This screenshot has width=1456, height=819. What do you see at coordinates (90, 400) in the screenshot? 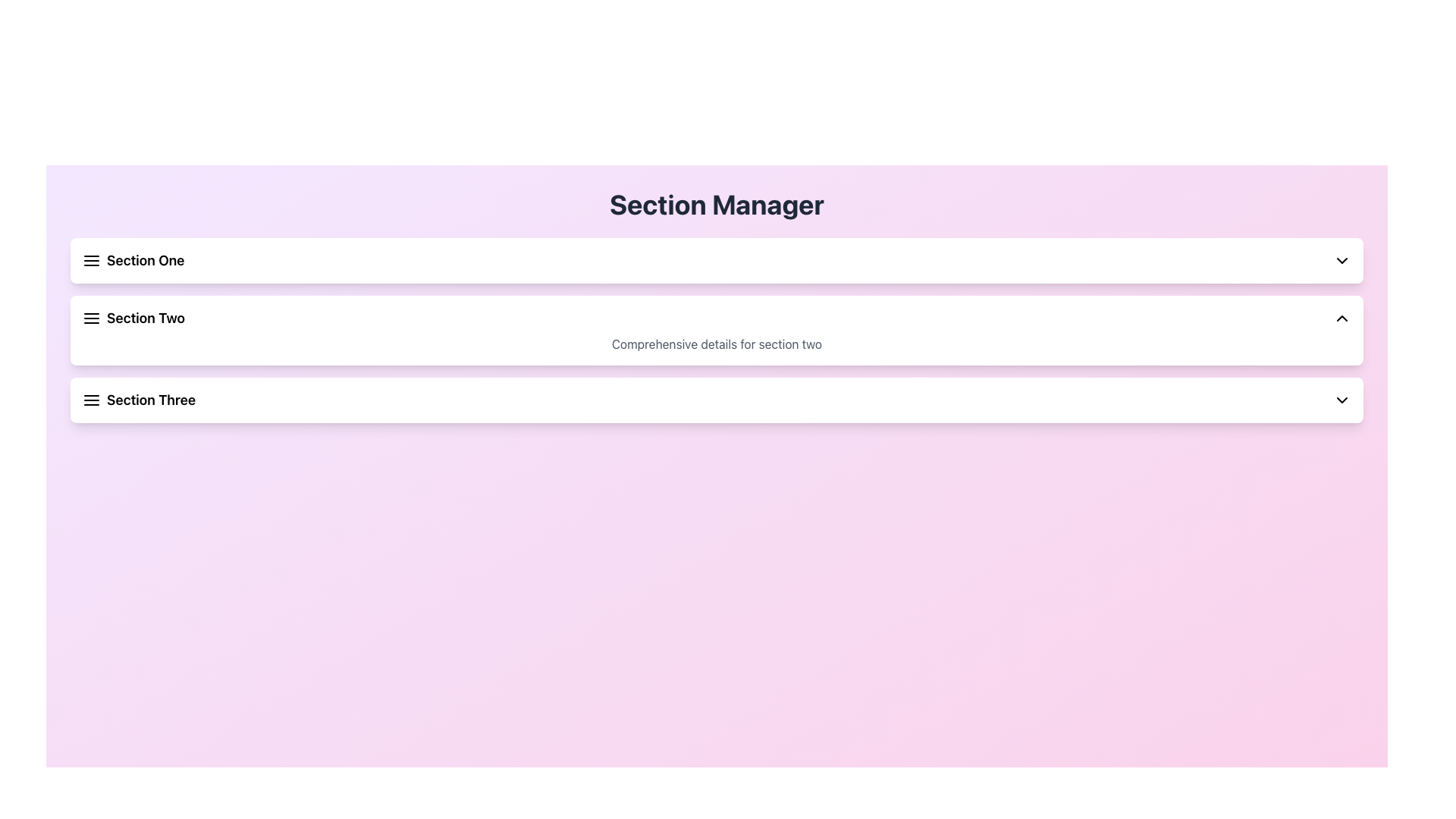
I see `the 'menu' or 'hamburger' icon located at the leftmost position of the 'Section Three' header, immediately preceding the text label 'Section Three'` at bounding box center [90, 400].